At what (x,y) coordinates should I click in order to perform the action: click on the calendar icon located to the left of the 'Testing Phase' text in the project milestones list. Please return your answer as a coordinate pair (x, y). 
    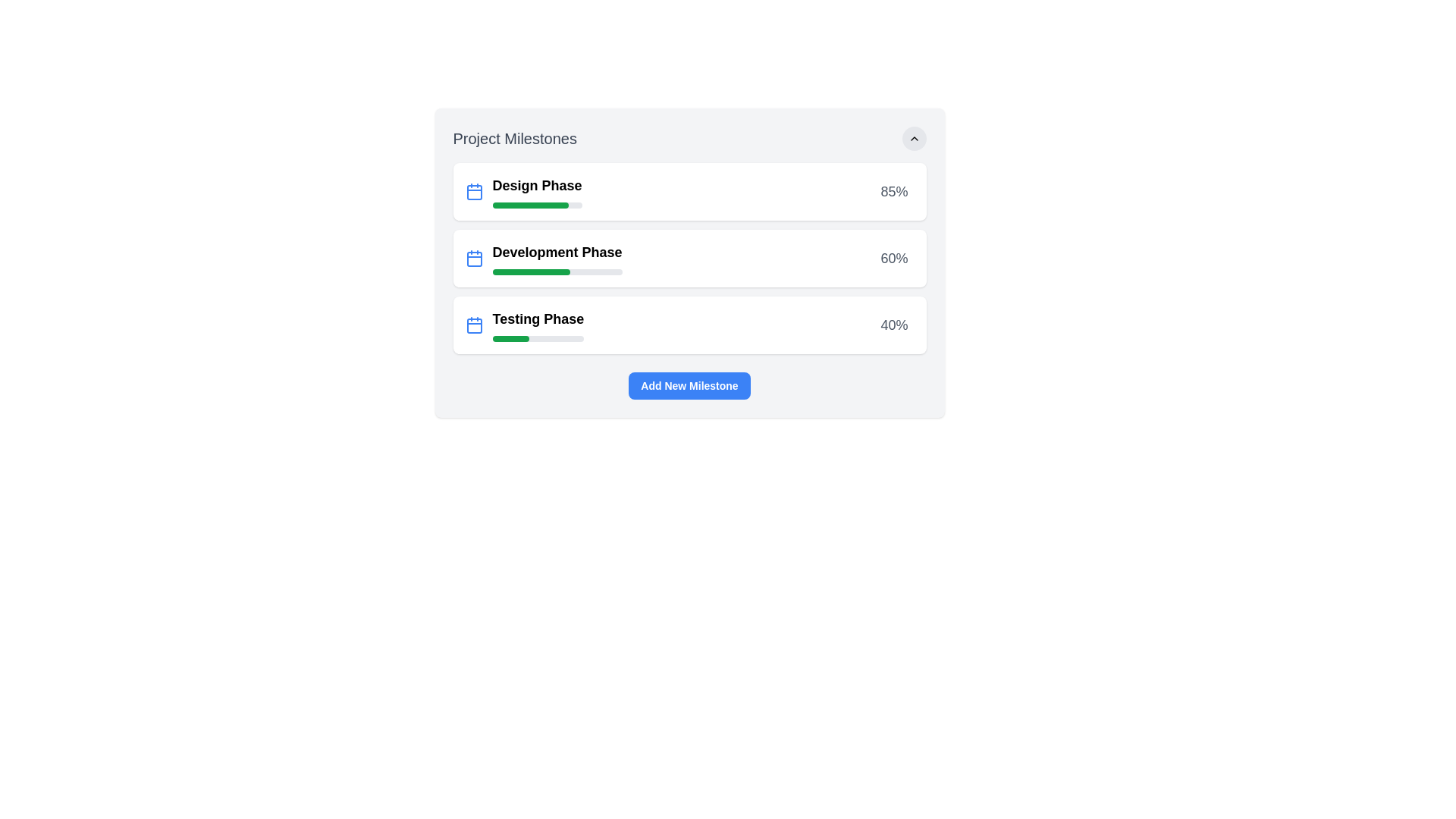
    Looking at the image, I should click on (473, 324).